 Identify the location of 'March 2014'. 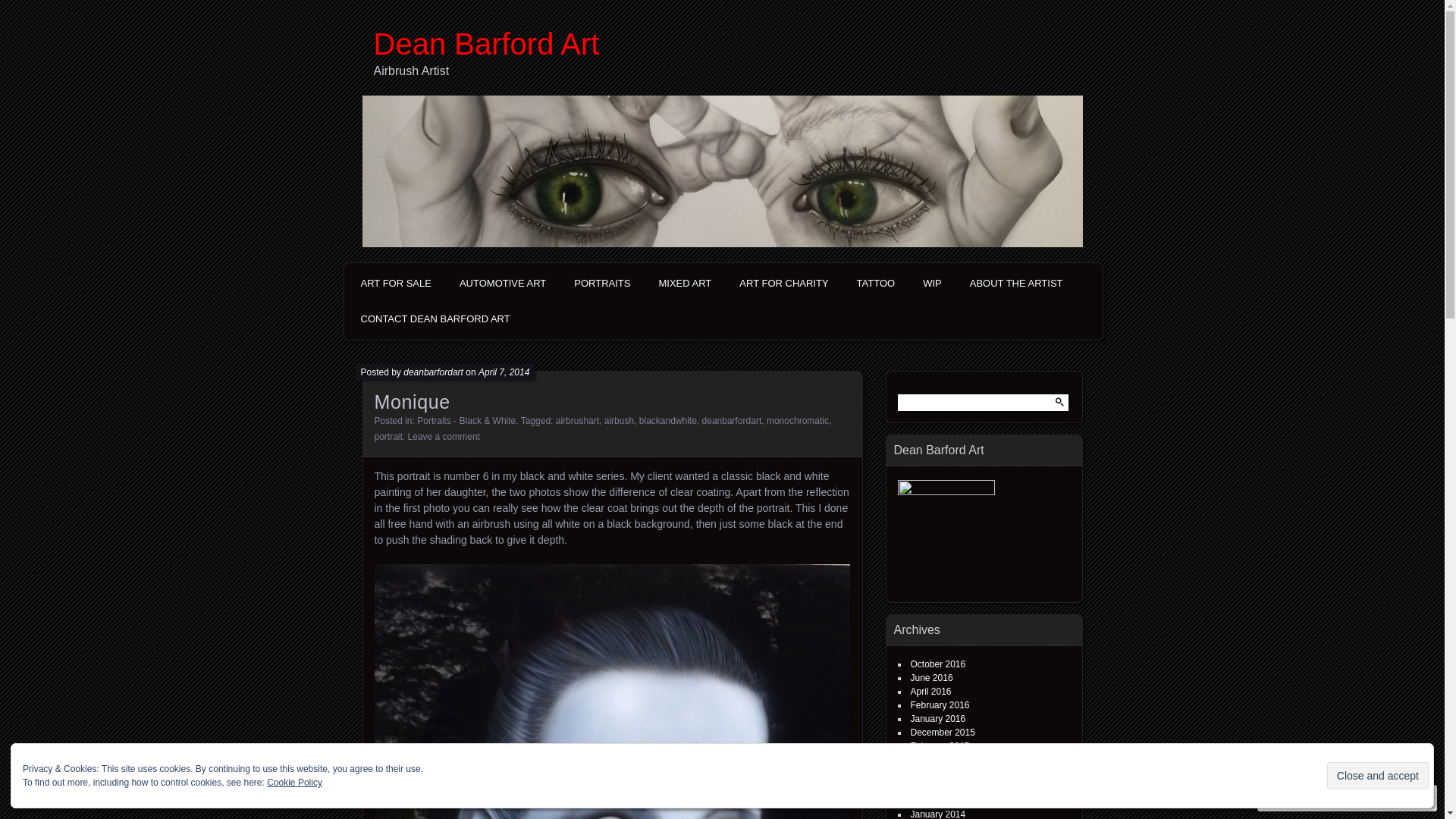
(933, 786).